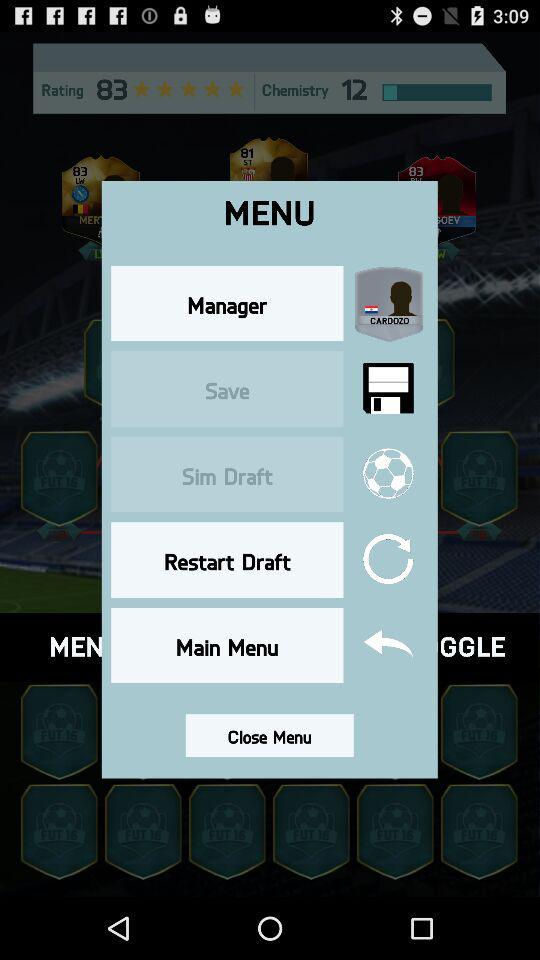  What do you see at coordinates (269, 615) in the screenshot?
I see `the date_range icon` at bounding box center [269, 615].